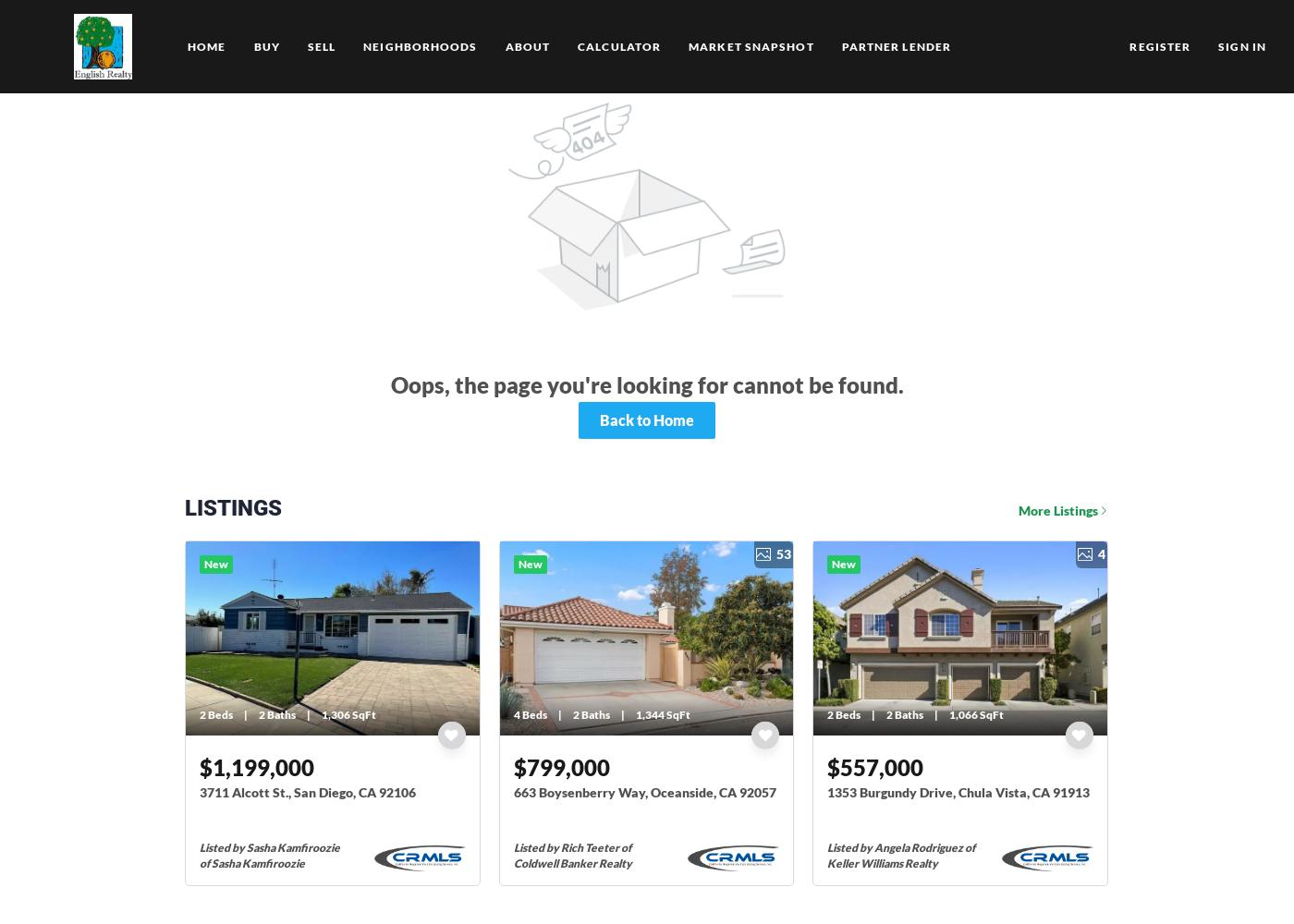 The image size is (1294, 924). Describe the element at coordinates (271, 855) in the screenshot. I see `'Listed by Sasha Kamfiroozie of Sasha Kamfiroozie'` at that location.